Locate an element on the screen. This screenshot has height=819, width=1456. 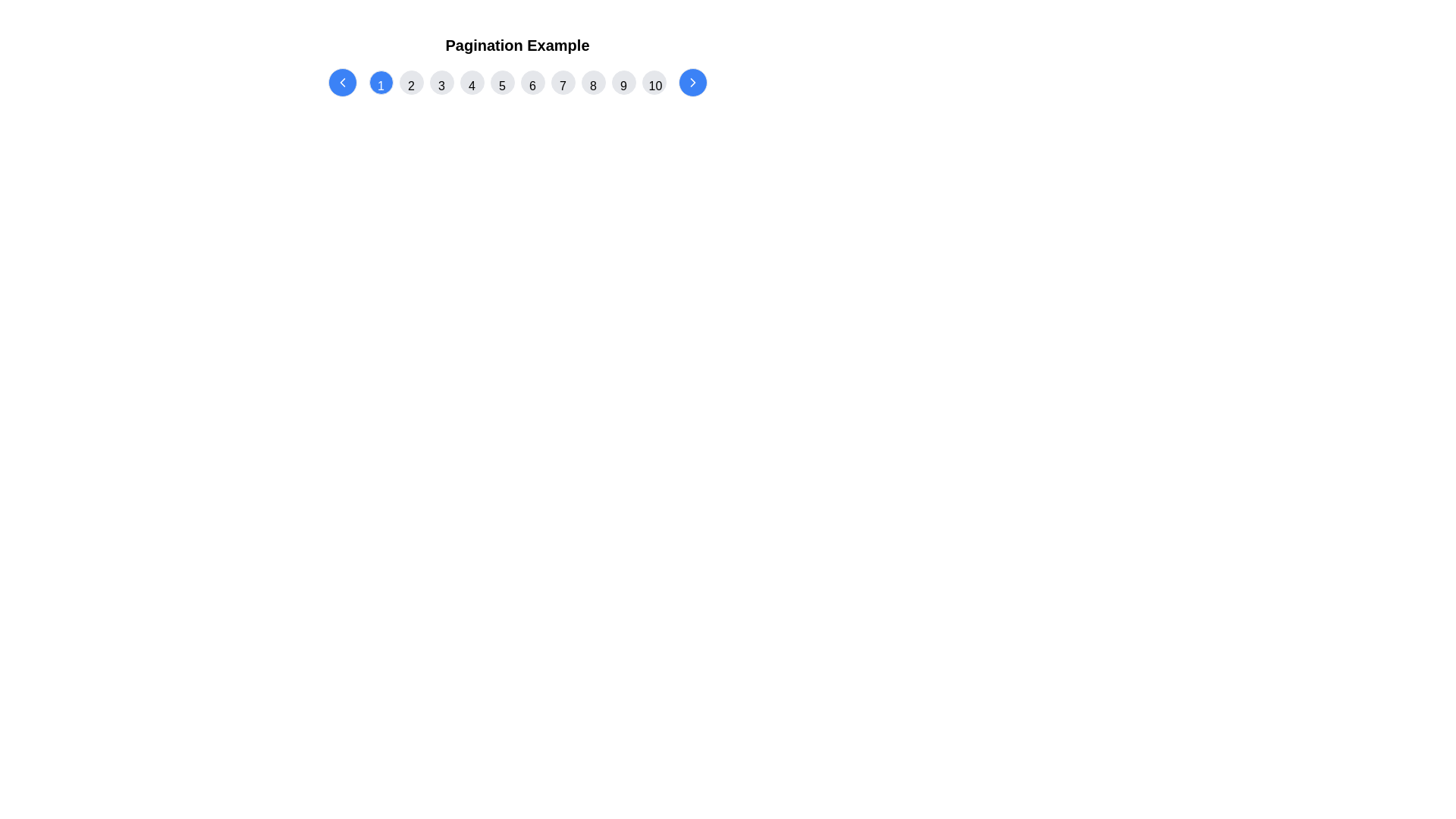
the button with the number '6' displayed in black text, which is a small, rounded button part of a horizontal sequence of buttons is located at coordinates (532, 82).